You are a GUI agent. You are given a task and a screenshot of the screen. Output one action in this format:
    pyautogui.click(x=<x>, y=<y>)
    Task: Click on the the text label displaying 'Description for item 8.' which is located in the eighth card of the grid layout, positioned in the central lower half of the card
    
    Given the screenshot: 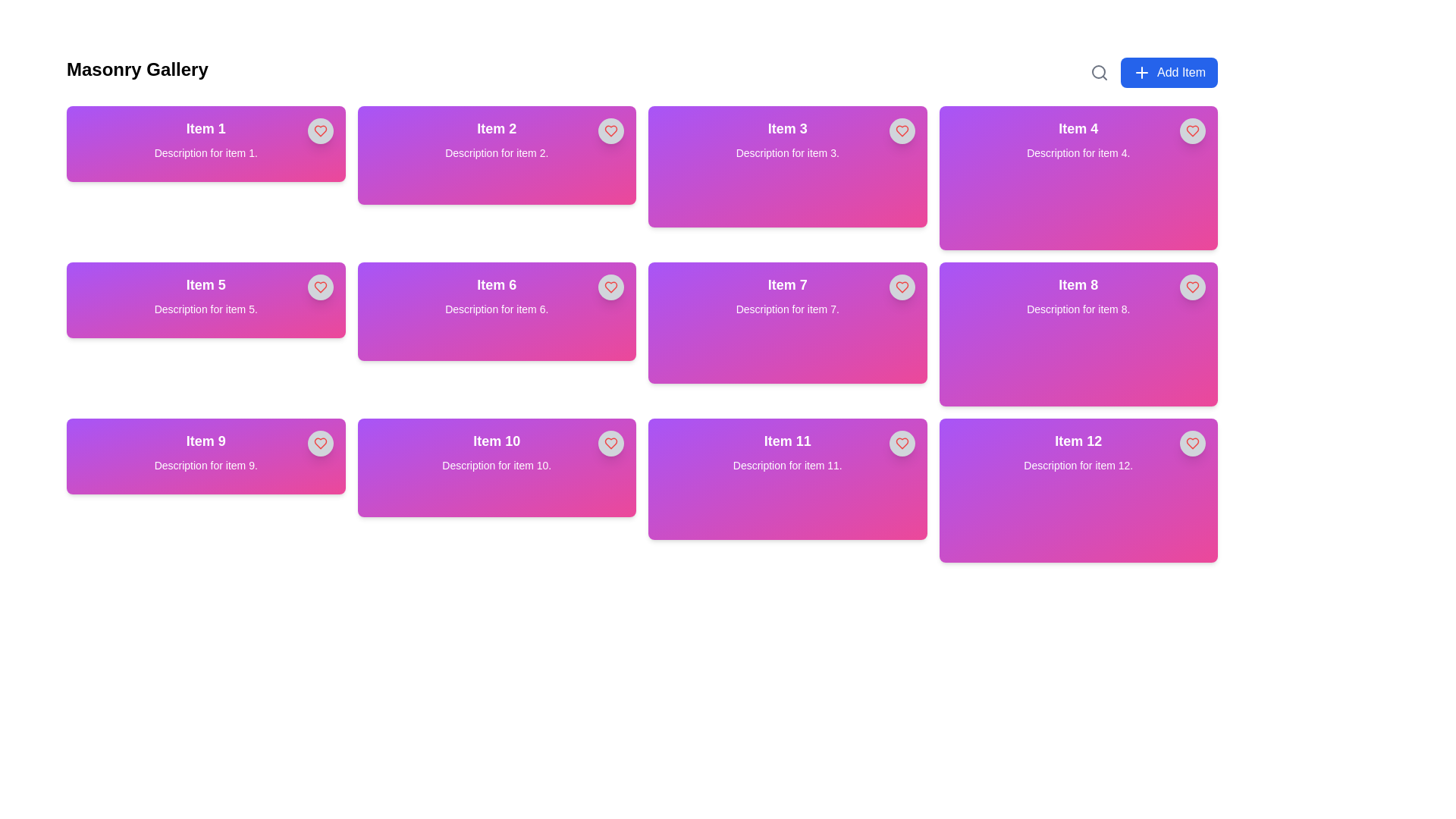 What is the action you would take?
    pyautogui.click(x=1078, y=309)
    